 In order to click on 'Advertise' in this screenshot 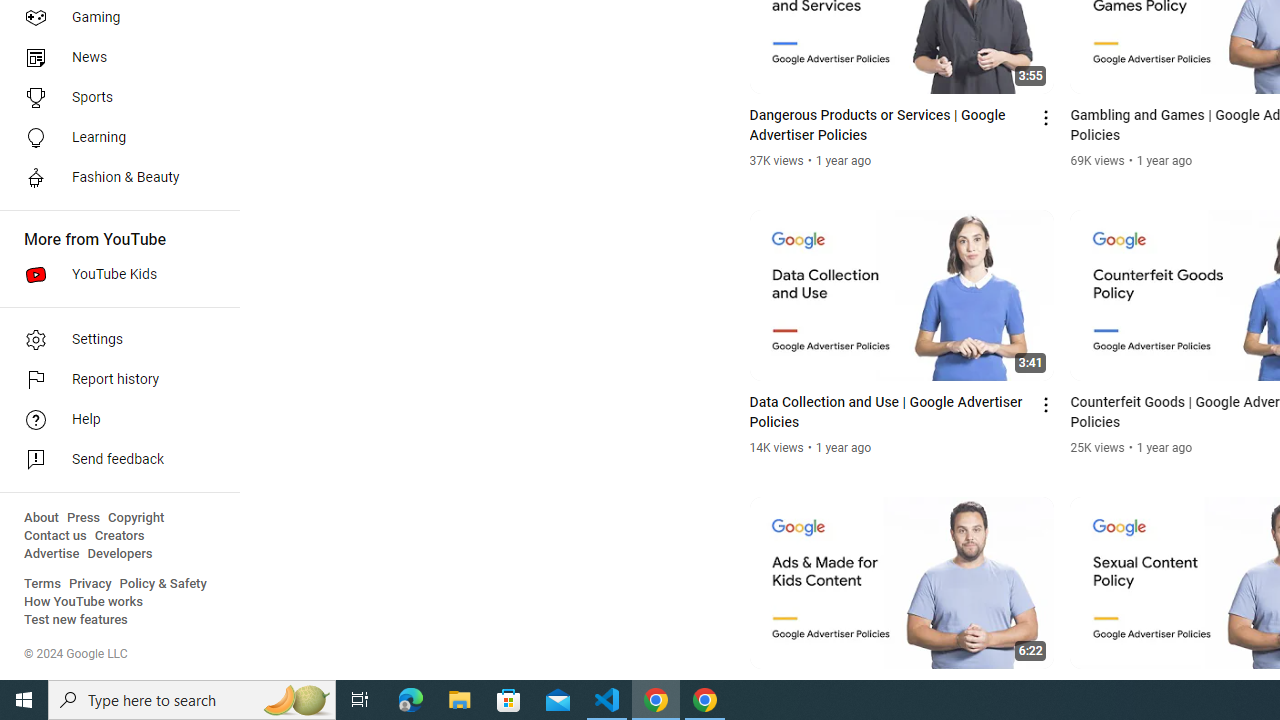, I will do `click(51, 554)`.